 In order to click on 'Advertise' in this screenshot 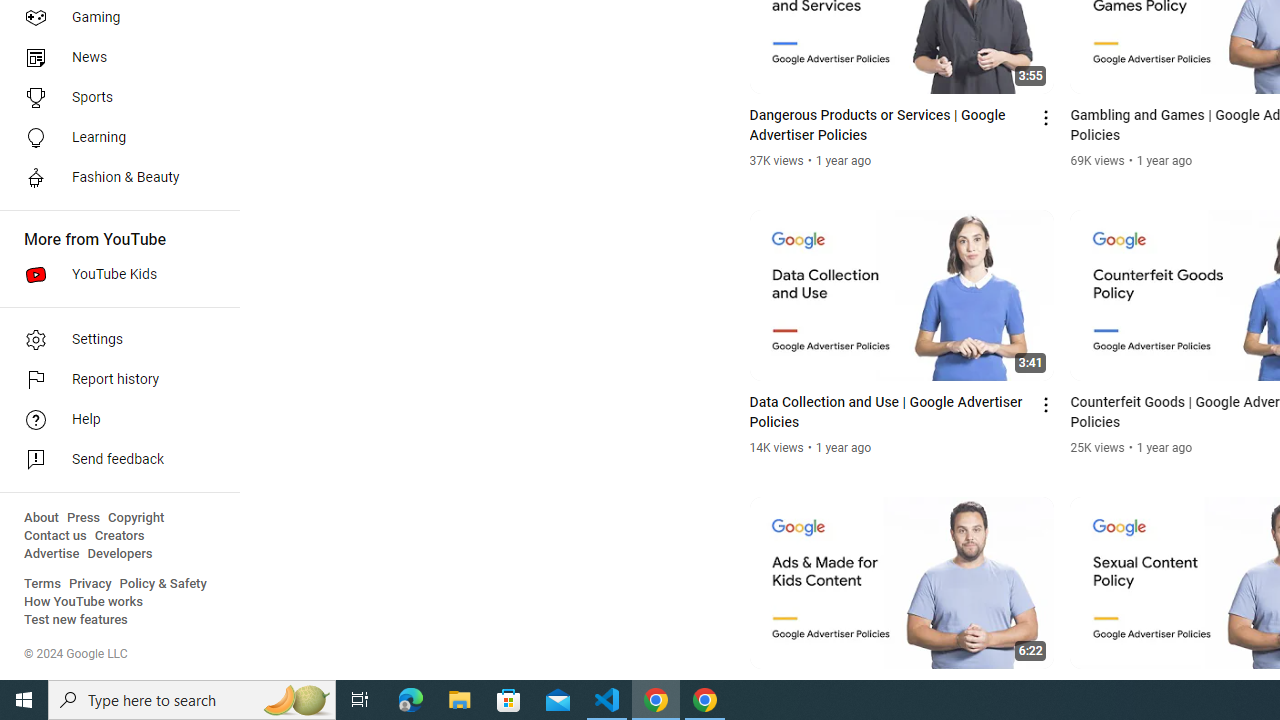, I will do `click(51, 554)`.